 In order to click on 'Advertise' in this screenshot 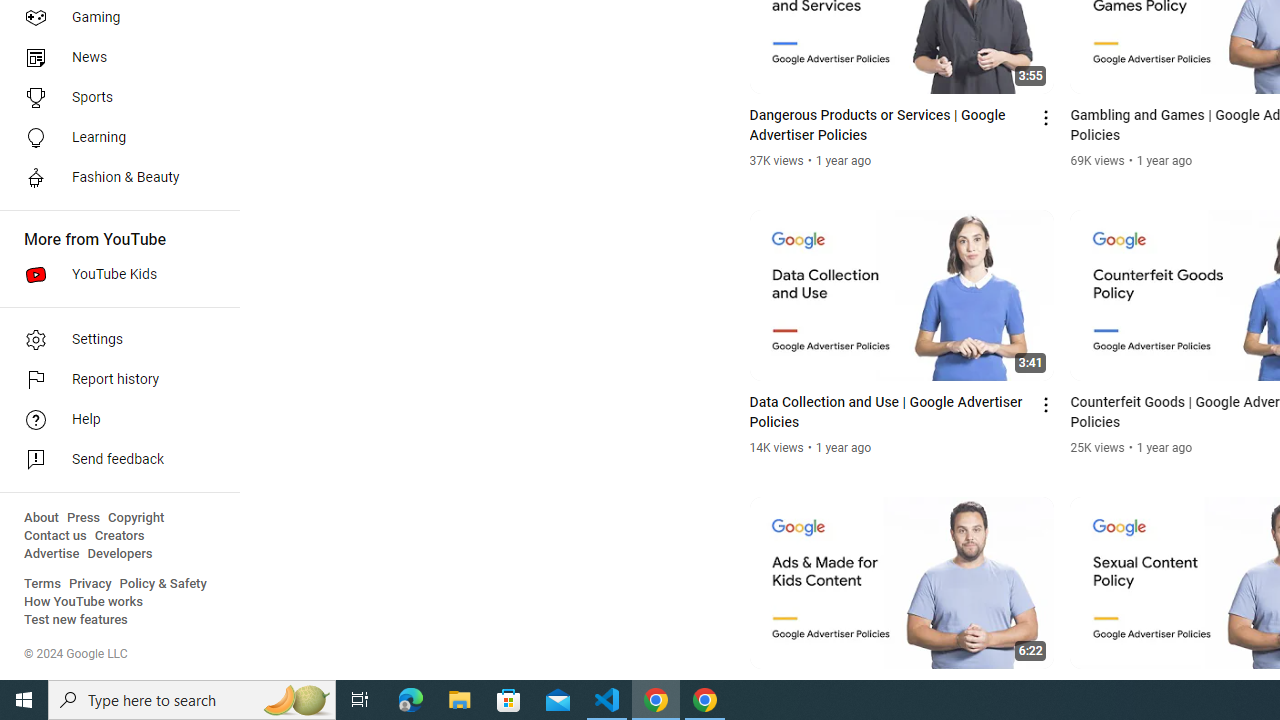, I will do `click(51, 554)`.